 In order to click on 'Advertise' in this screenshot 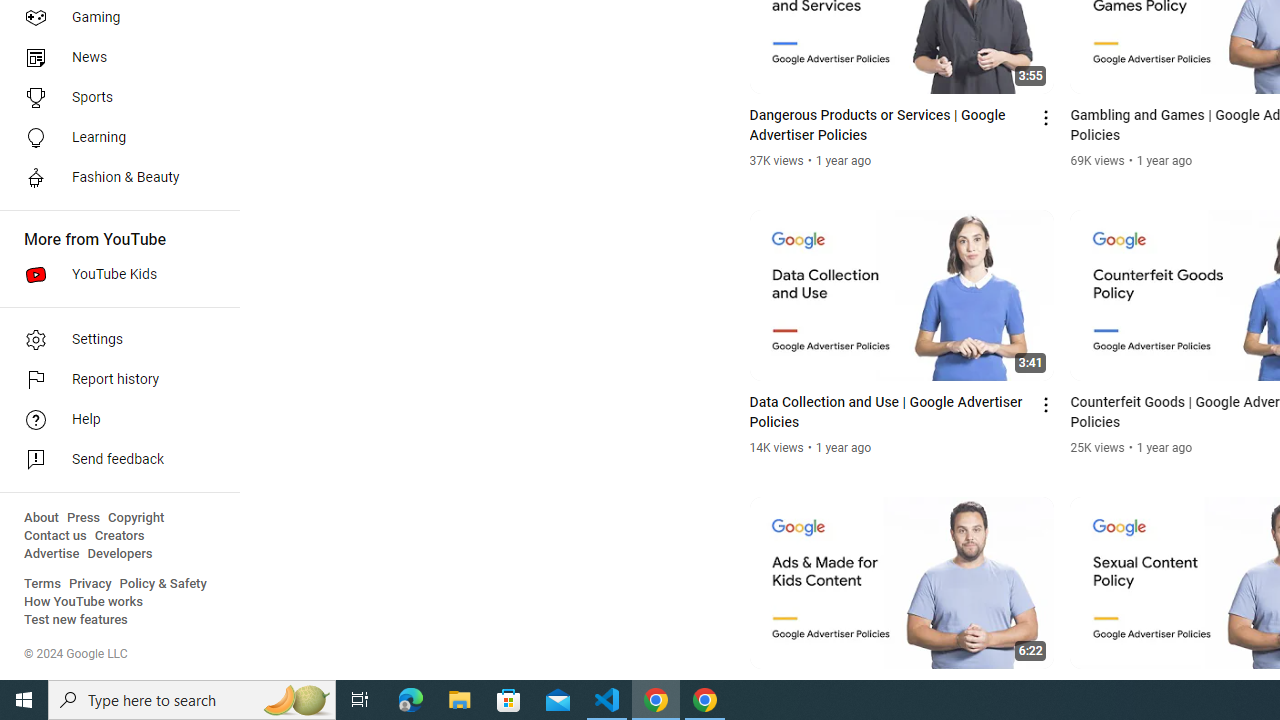, I will do `click(51, 554)`.